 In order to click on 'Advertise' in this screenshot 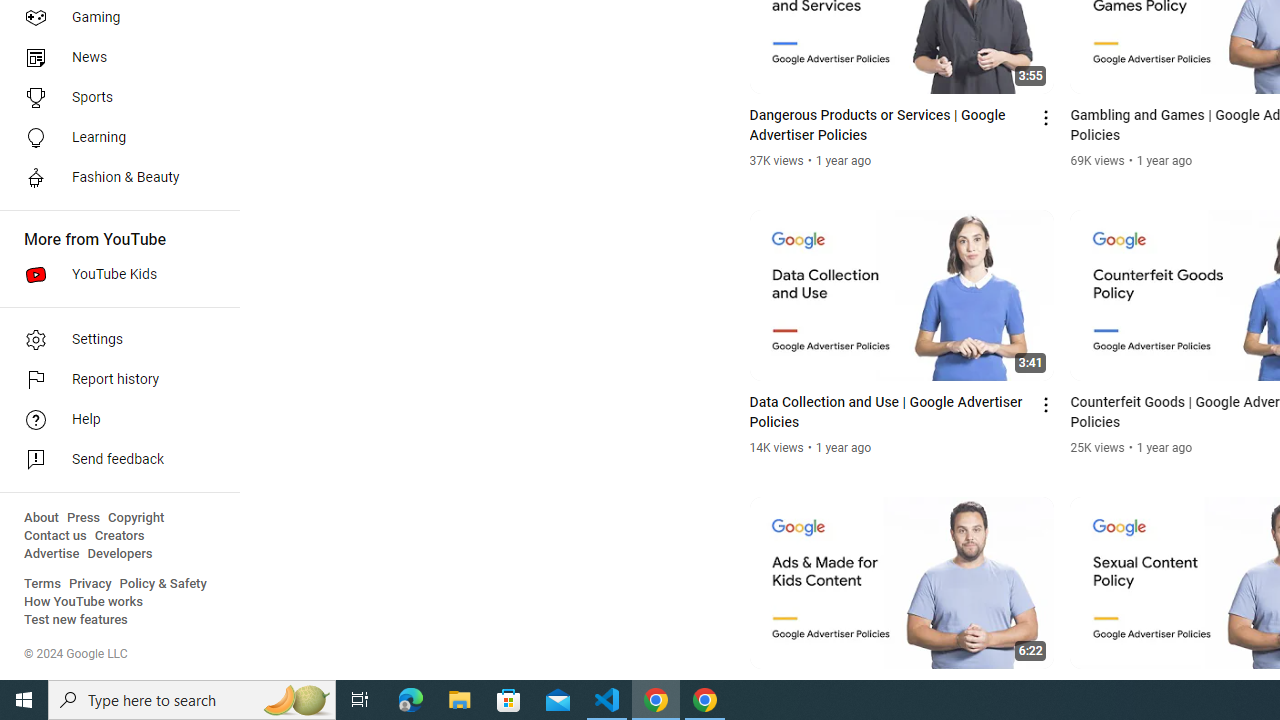, I will do `click(51, 554)`.